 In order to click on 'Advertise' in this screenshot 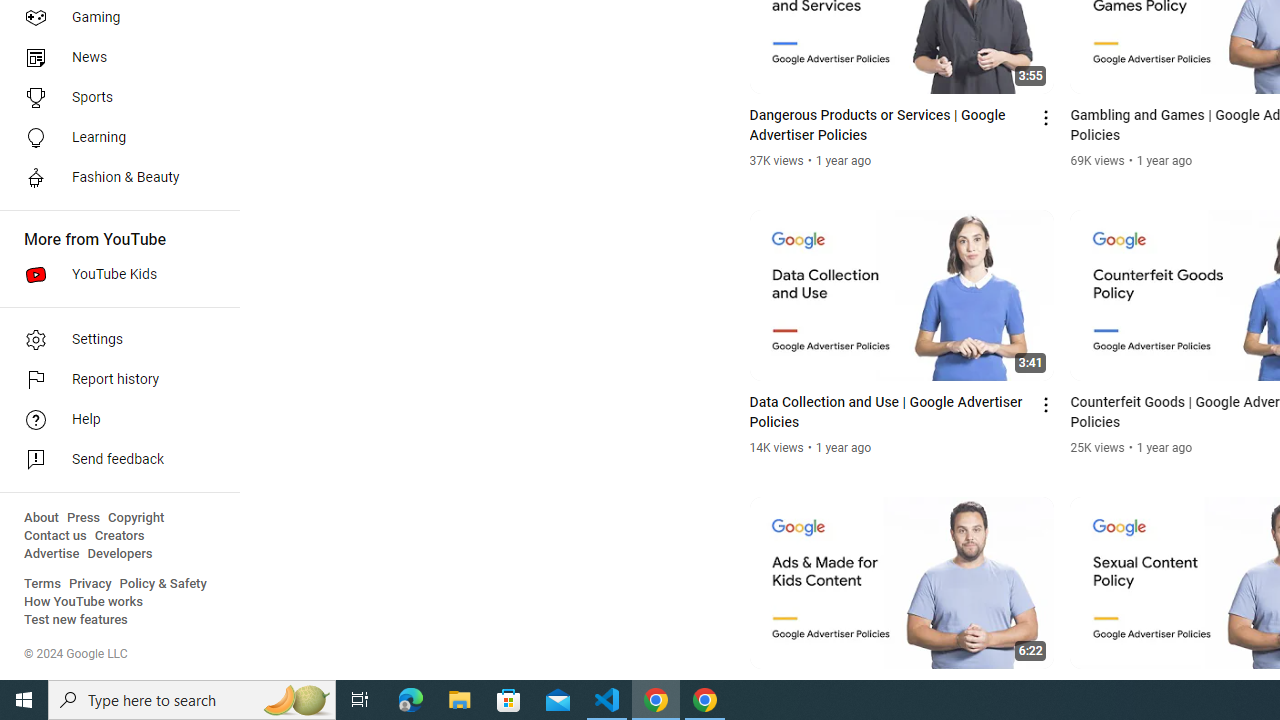, I will do `click(51, 554)`.